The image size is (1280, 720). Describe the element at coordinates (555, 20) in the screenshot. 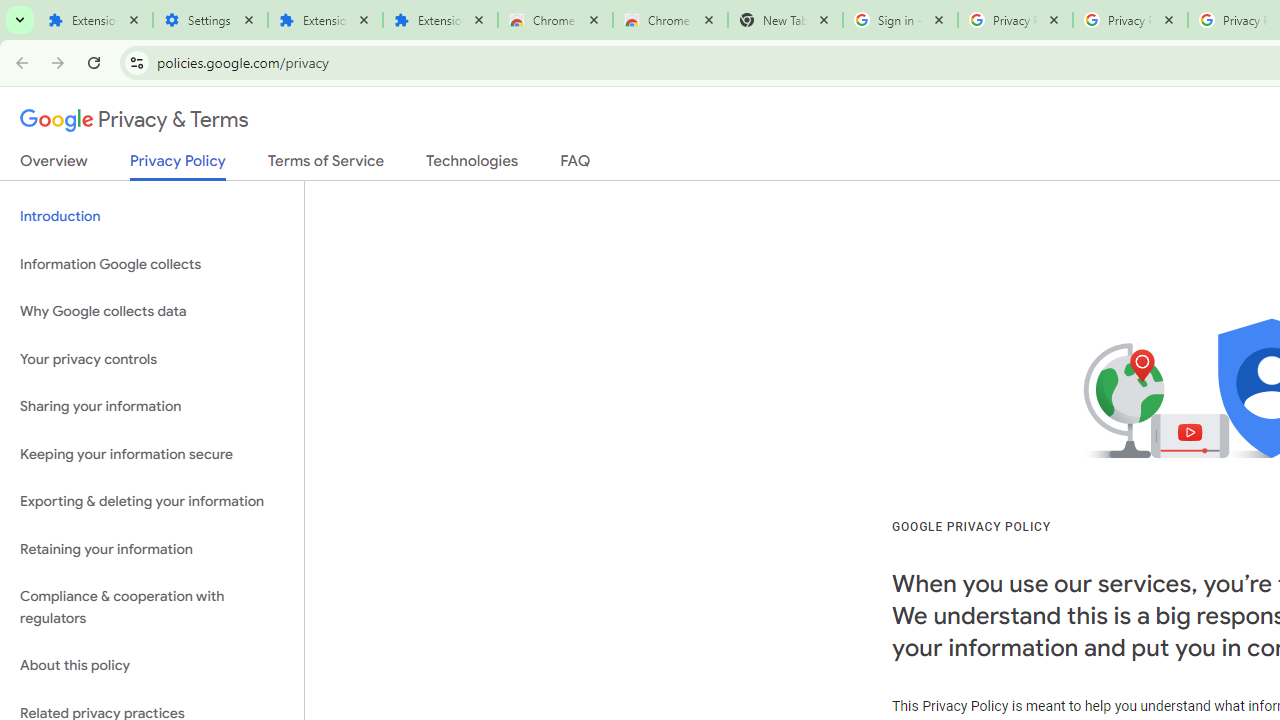

I see `'Chrome Web Store'` at that location.